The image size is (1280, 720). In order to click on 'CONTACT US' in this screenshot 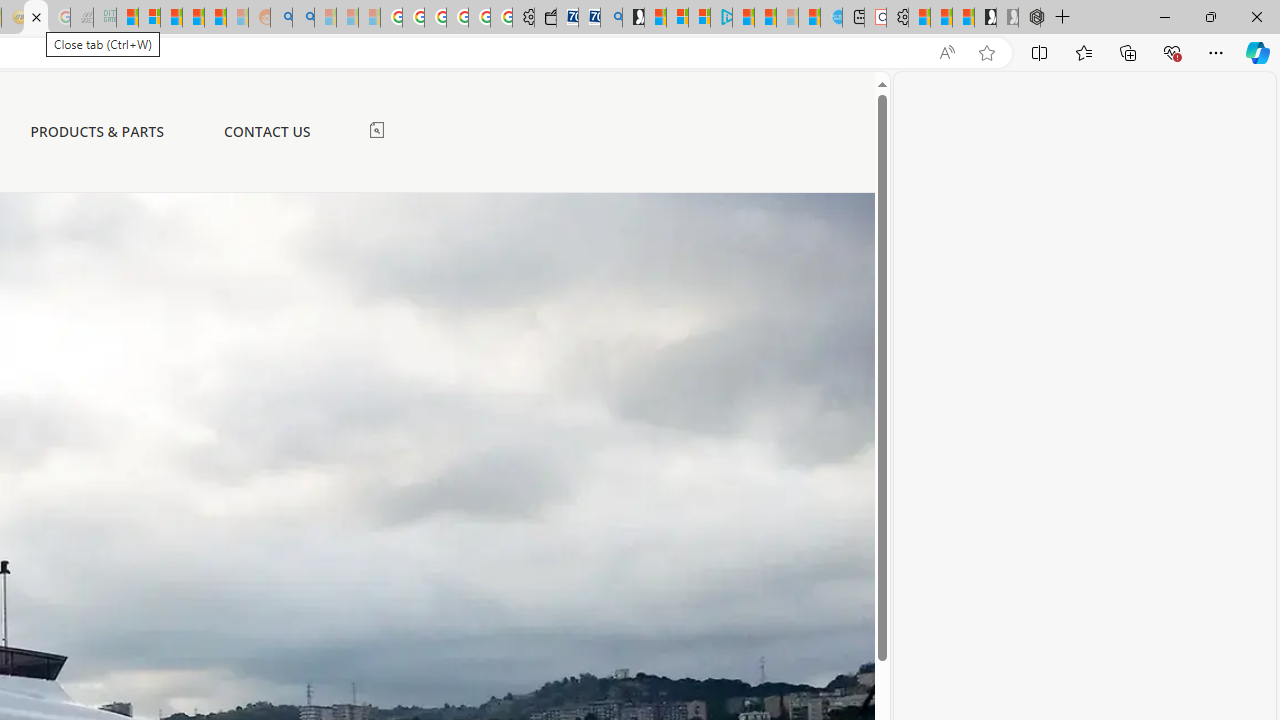, I will do `click(265, 132)`.